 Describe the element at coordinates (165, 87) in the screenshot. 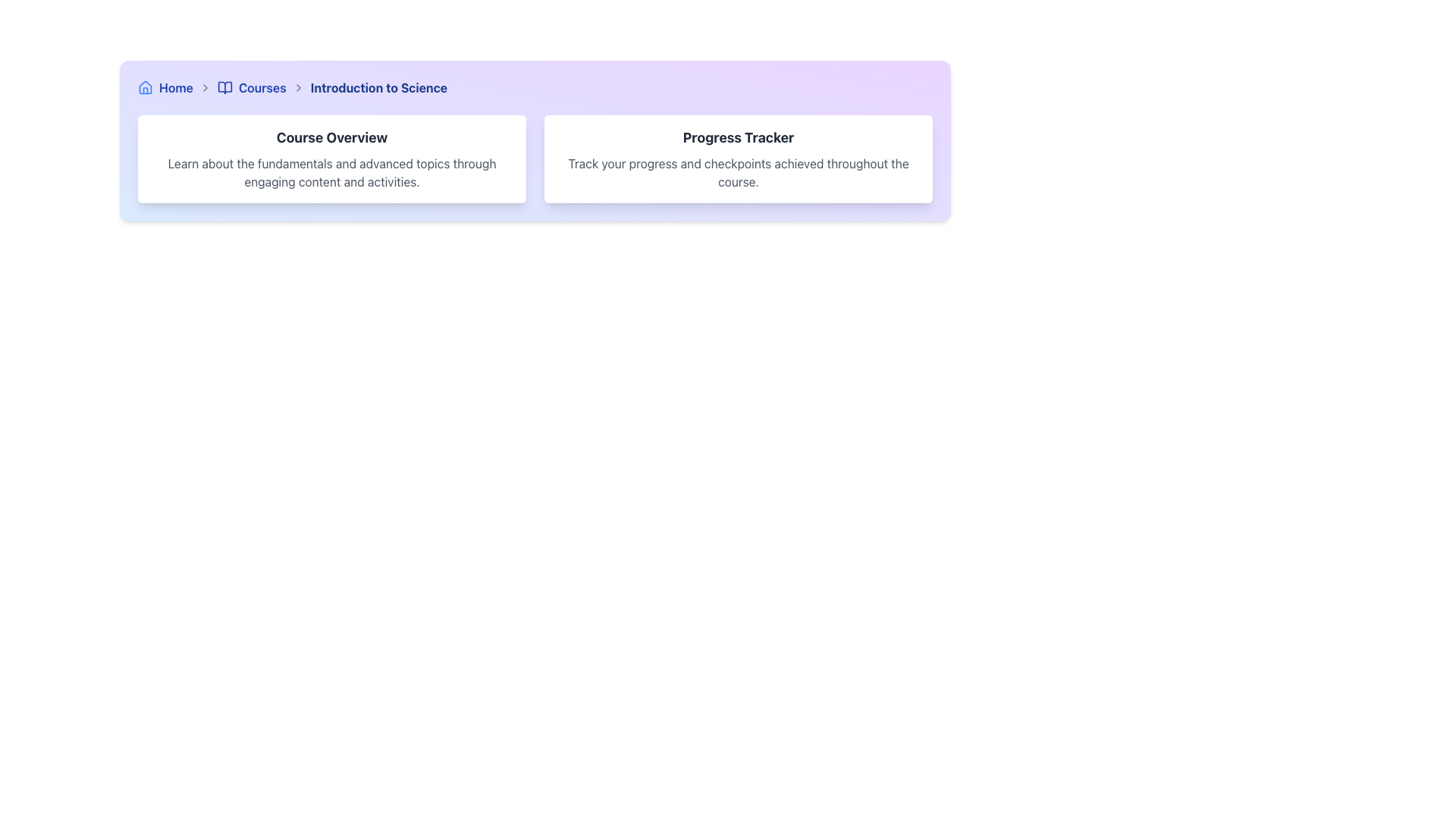

I see `the first breadcrumb link in the navigation bar` at that location.